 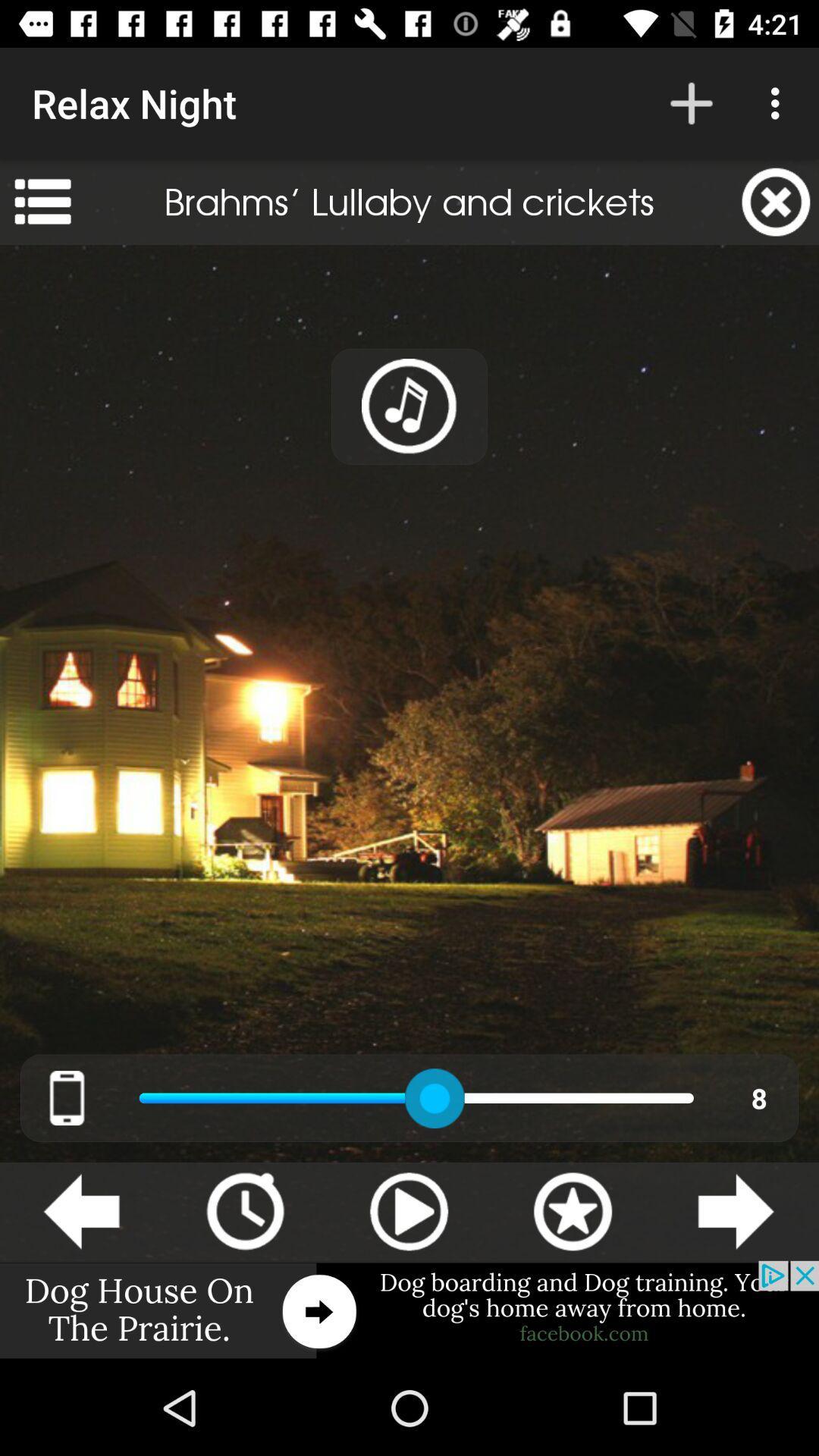 What do you see at coordinates (244, 1210) in the screenshot?
I see `the time icon` at bounding box center [244, 1210].